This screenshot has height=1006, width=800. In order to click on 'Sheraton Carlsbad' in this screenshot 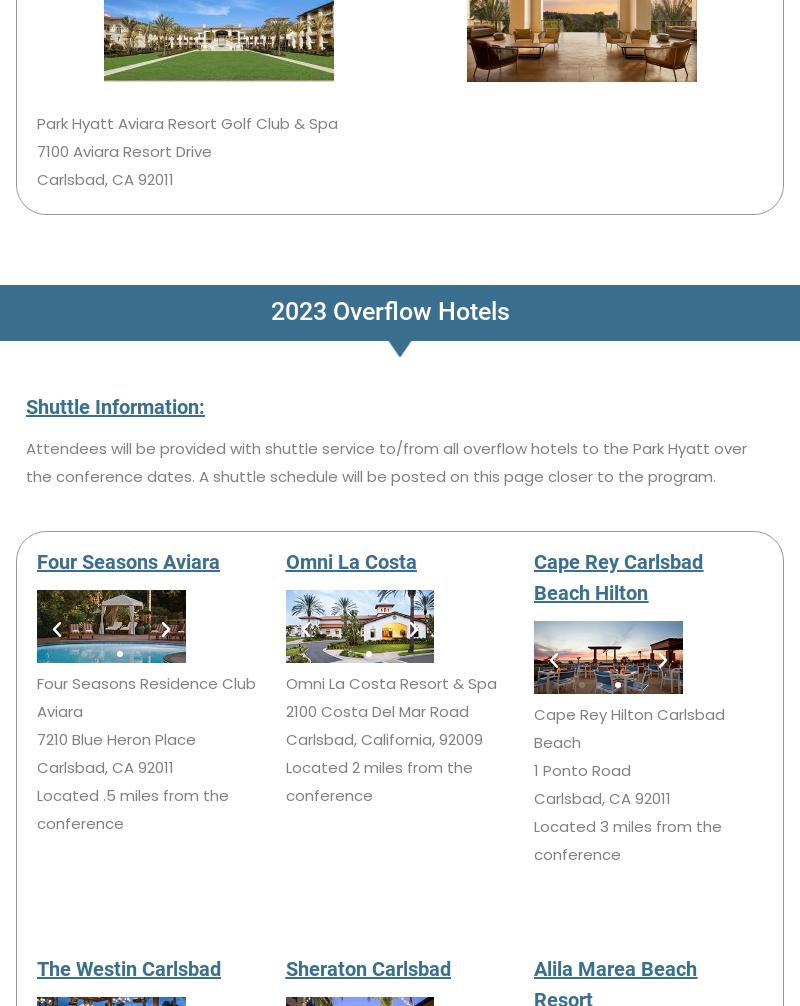, I will do `click(367, 967)`.